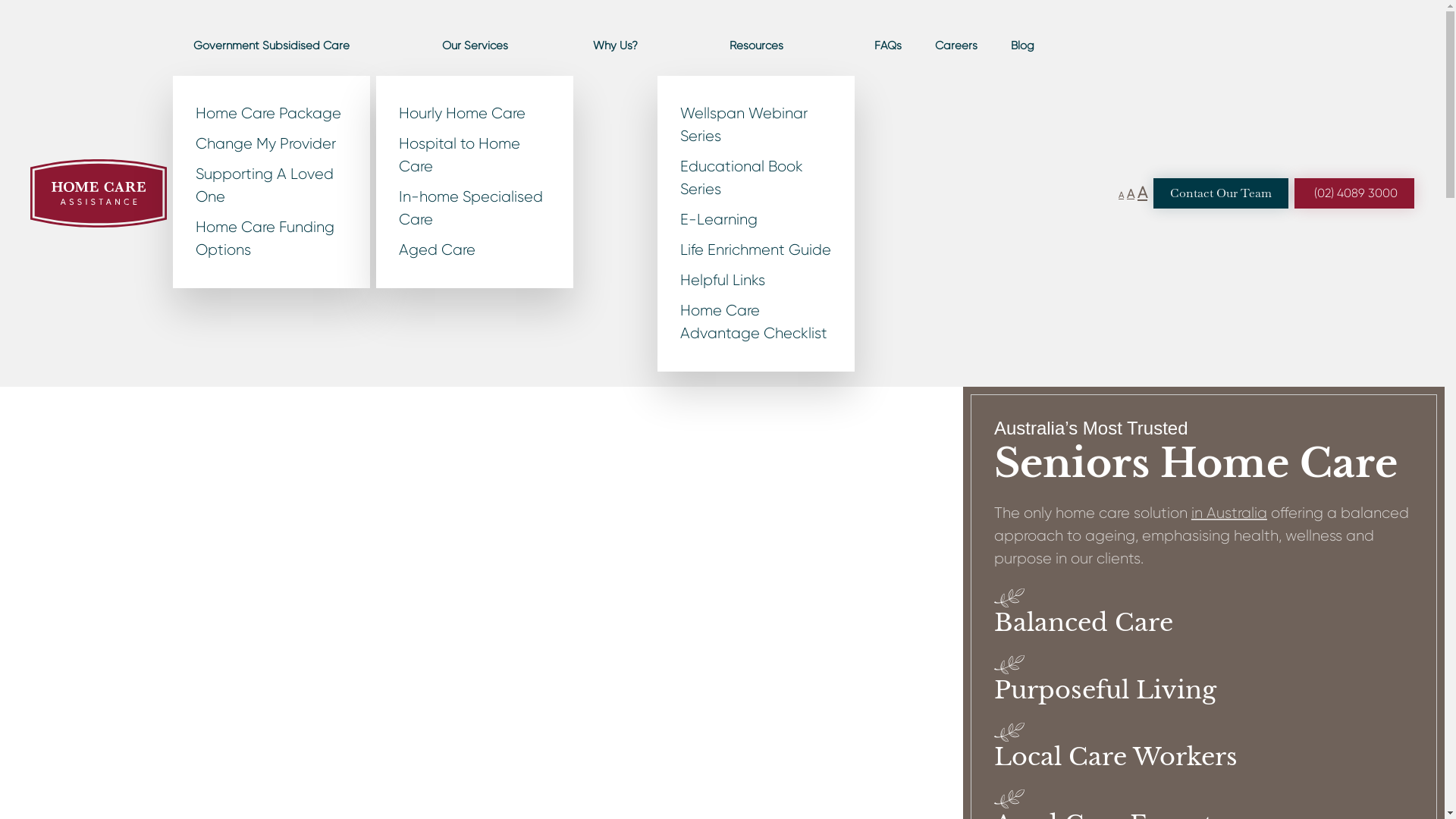 The width and height of the screenshot is (1456, 819). Describe the element at coordinates (271, 239) in the screenshot. I see `'Home Care Funding Options'` at that location.